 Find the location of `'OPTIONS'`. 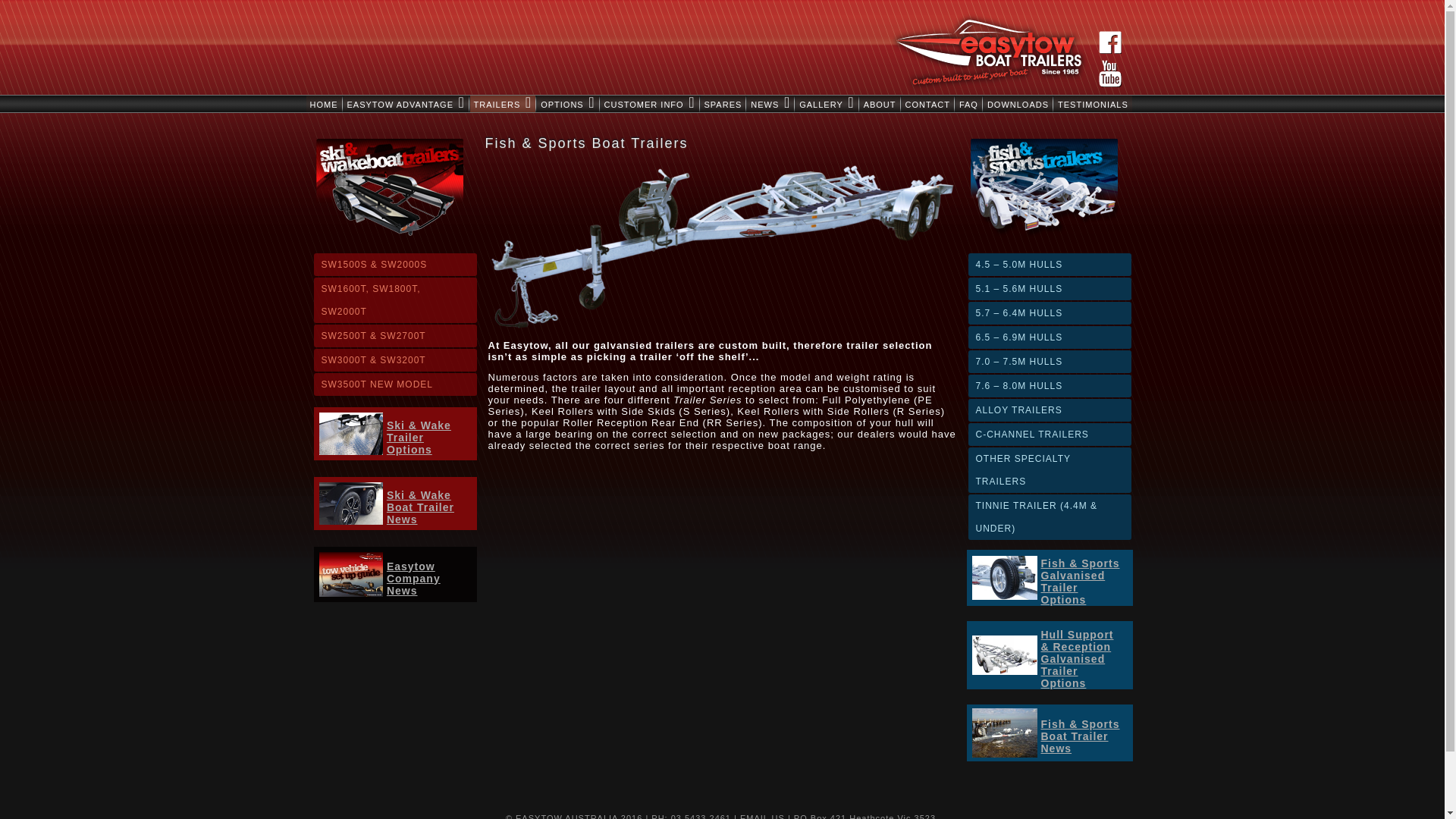

'OPTIONS' is located at coordinates (566, 103).